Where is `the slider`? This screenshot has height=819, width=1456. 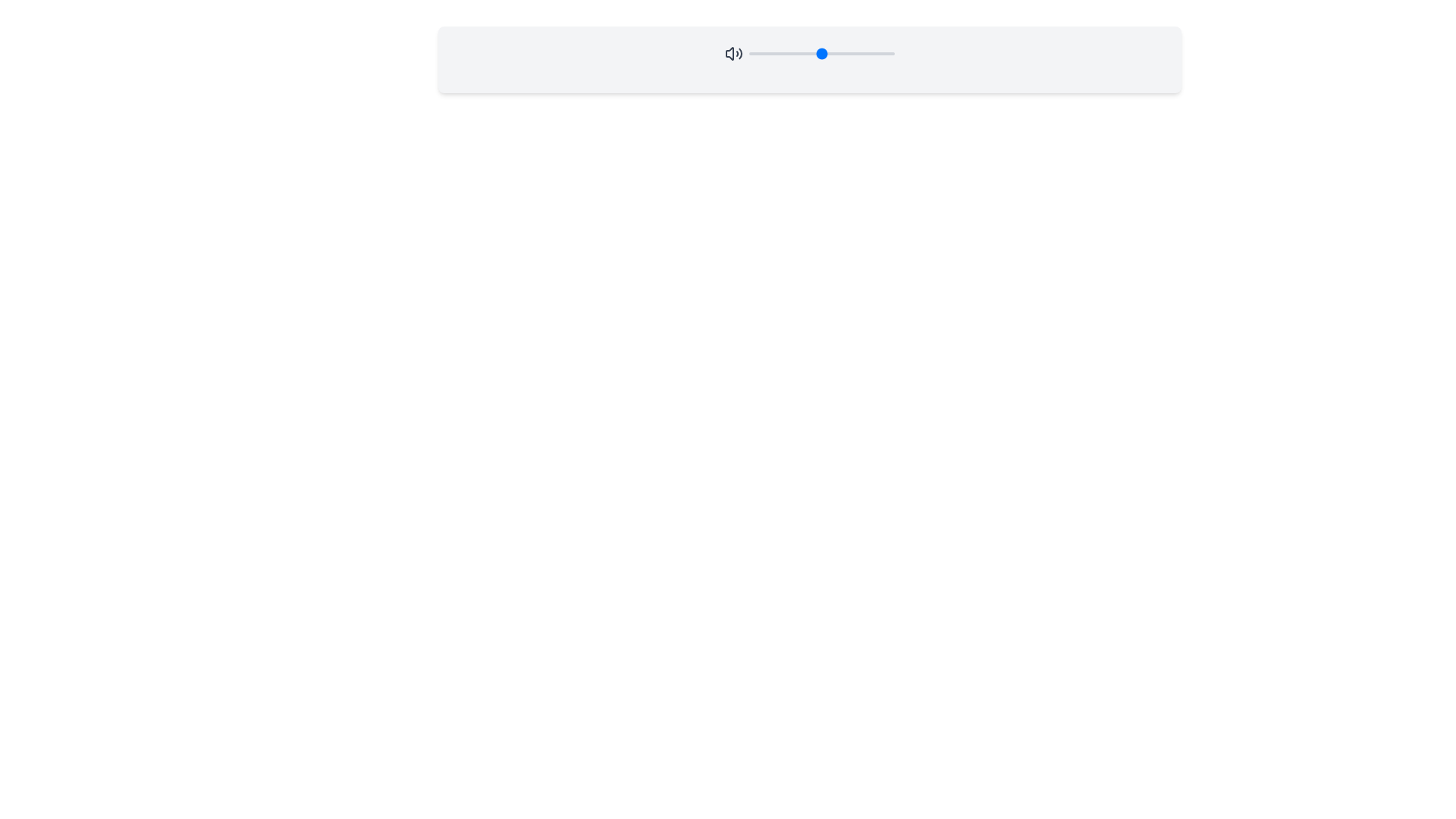 the slider is located at coordinates (755, 52).